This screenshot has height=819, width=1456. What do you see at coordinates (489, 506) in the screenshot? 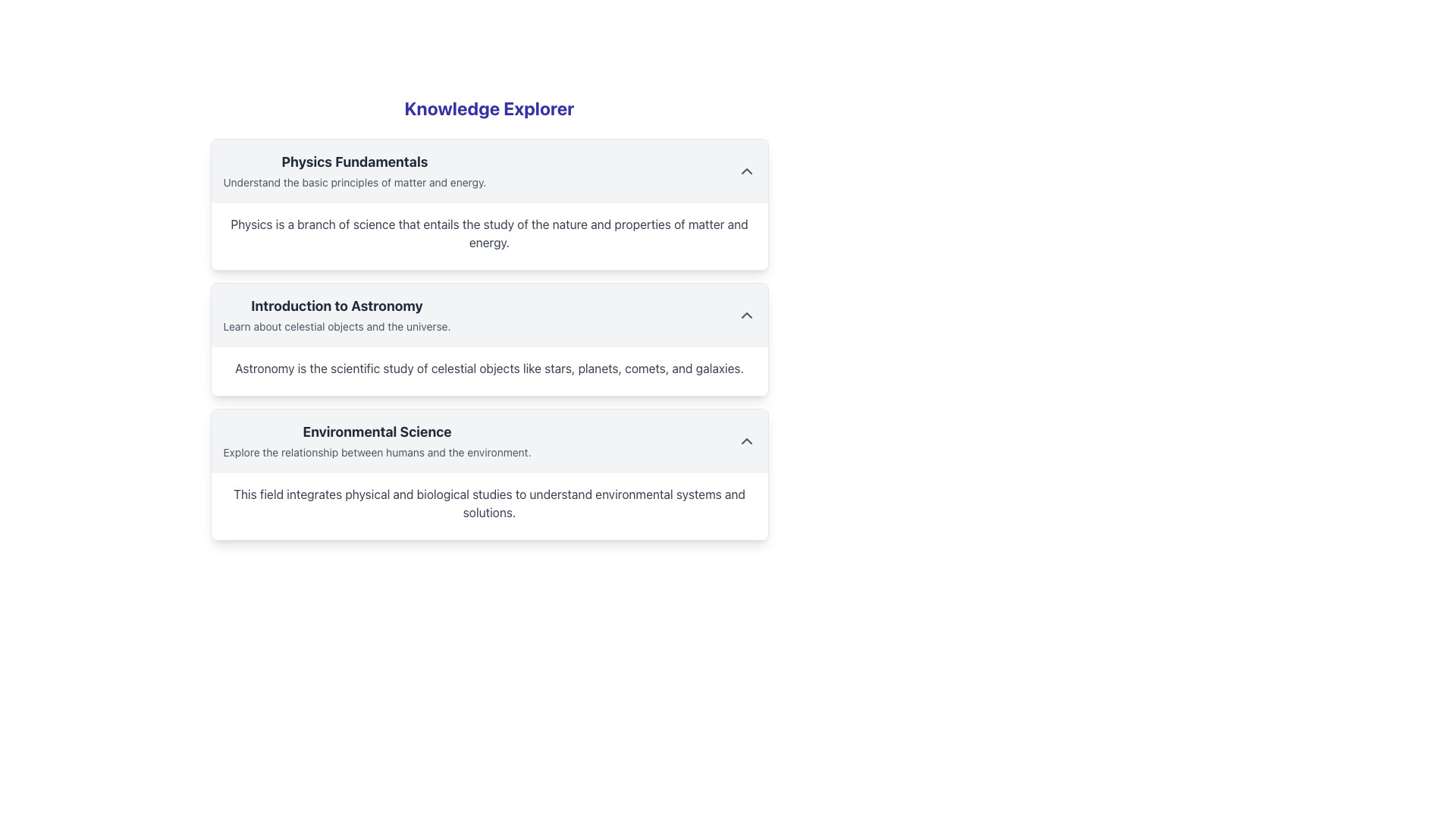
I see `text block displaying the message about environmental systems and solutions, located under the 'Environmental Science' section` at bounding box center [489, 506].